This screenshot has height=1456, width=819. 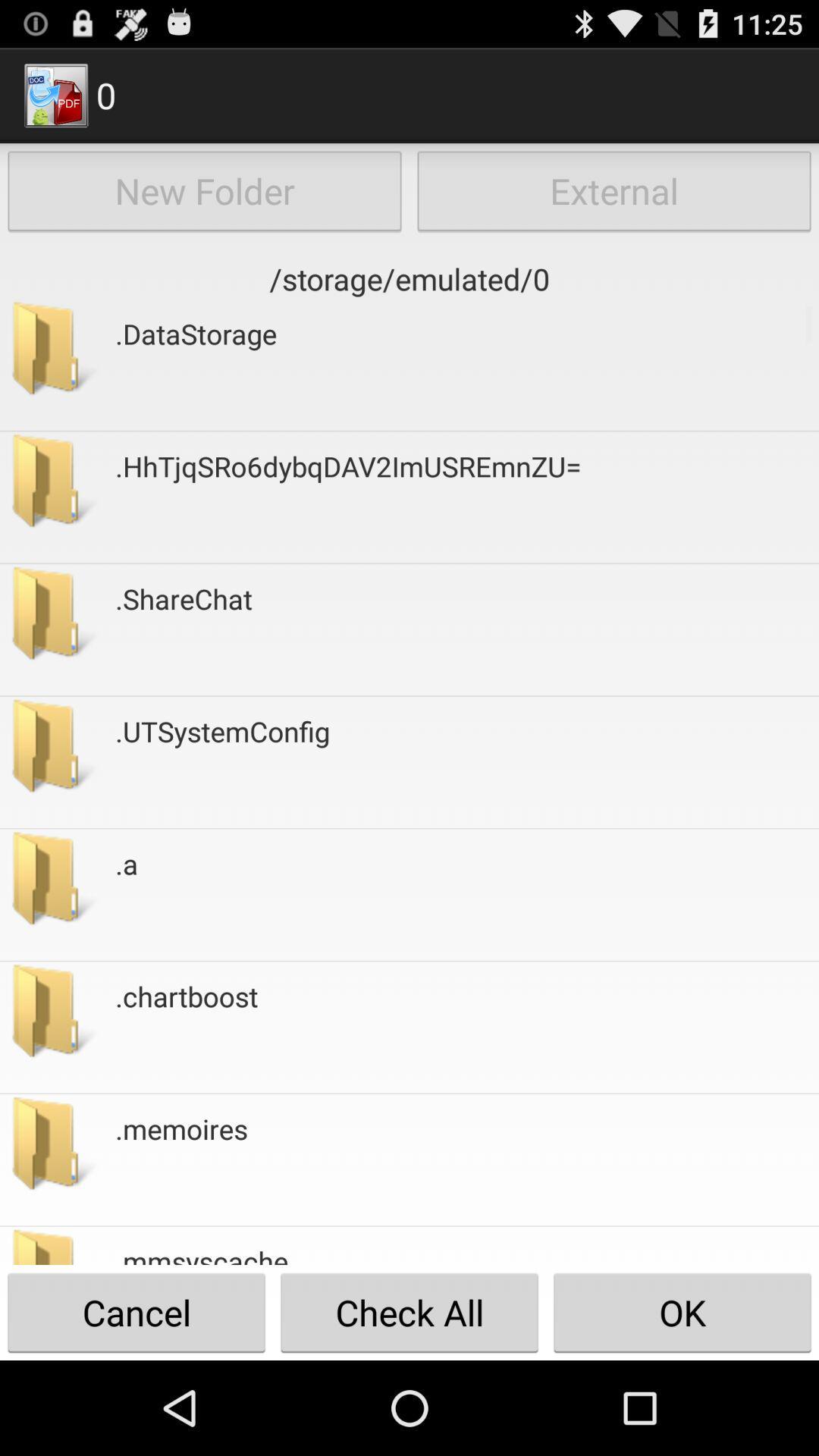 What do you see at coordinates (195, 365) in the screenshot?
I see `the icon above the .hhtjqsro6dybqdav2imusremnzu= icon` at bounding box center [195, 365].